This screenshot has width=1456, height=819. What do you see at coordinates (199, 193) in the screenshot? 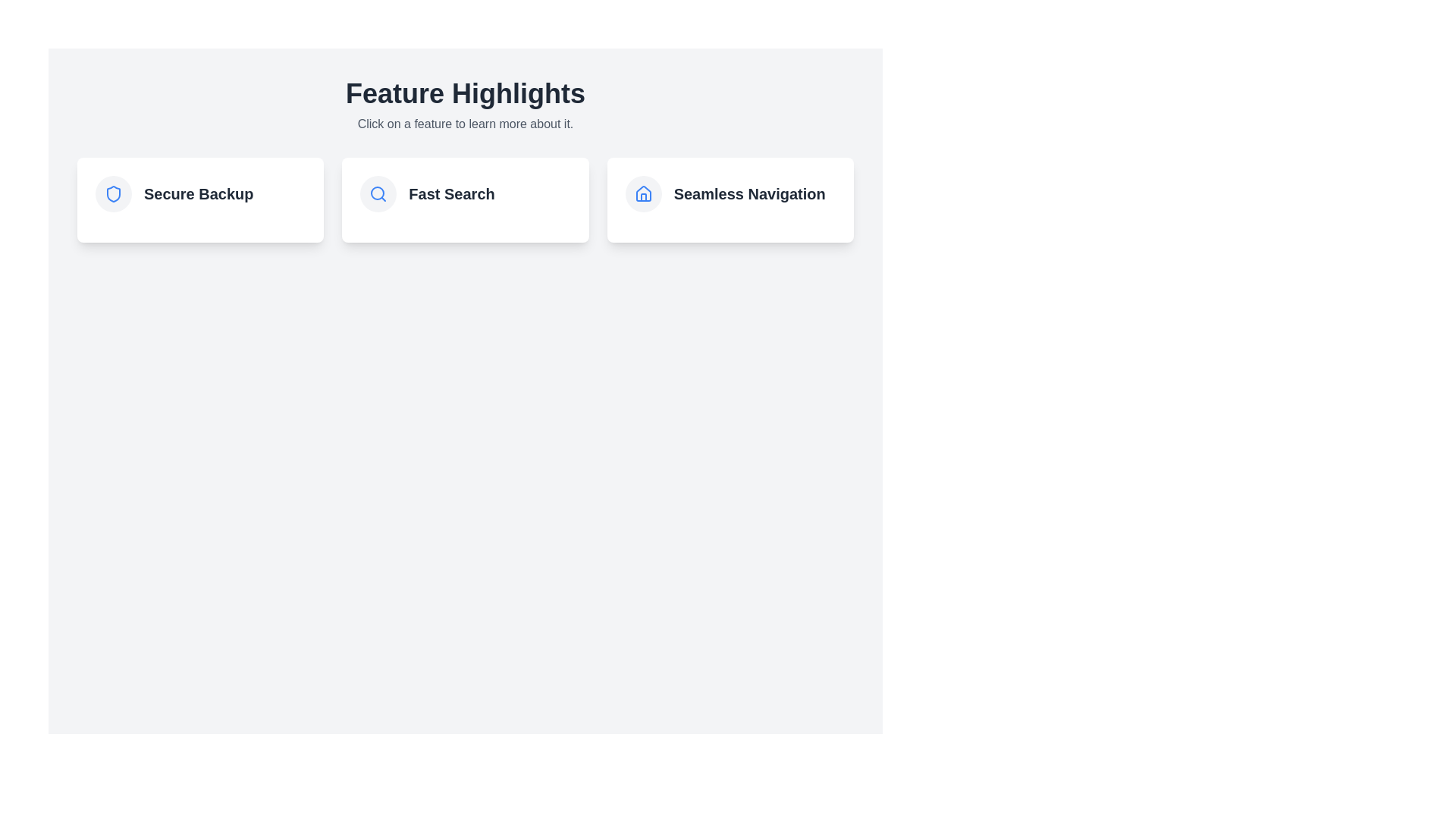
I see `the first card in the series of three under 'Feature Highlights' that contains a blue shield icon and the bold text 'Secure Backup'` at bounding box center [199, 193].